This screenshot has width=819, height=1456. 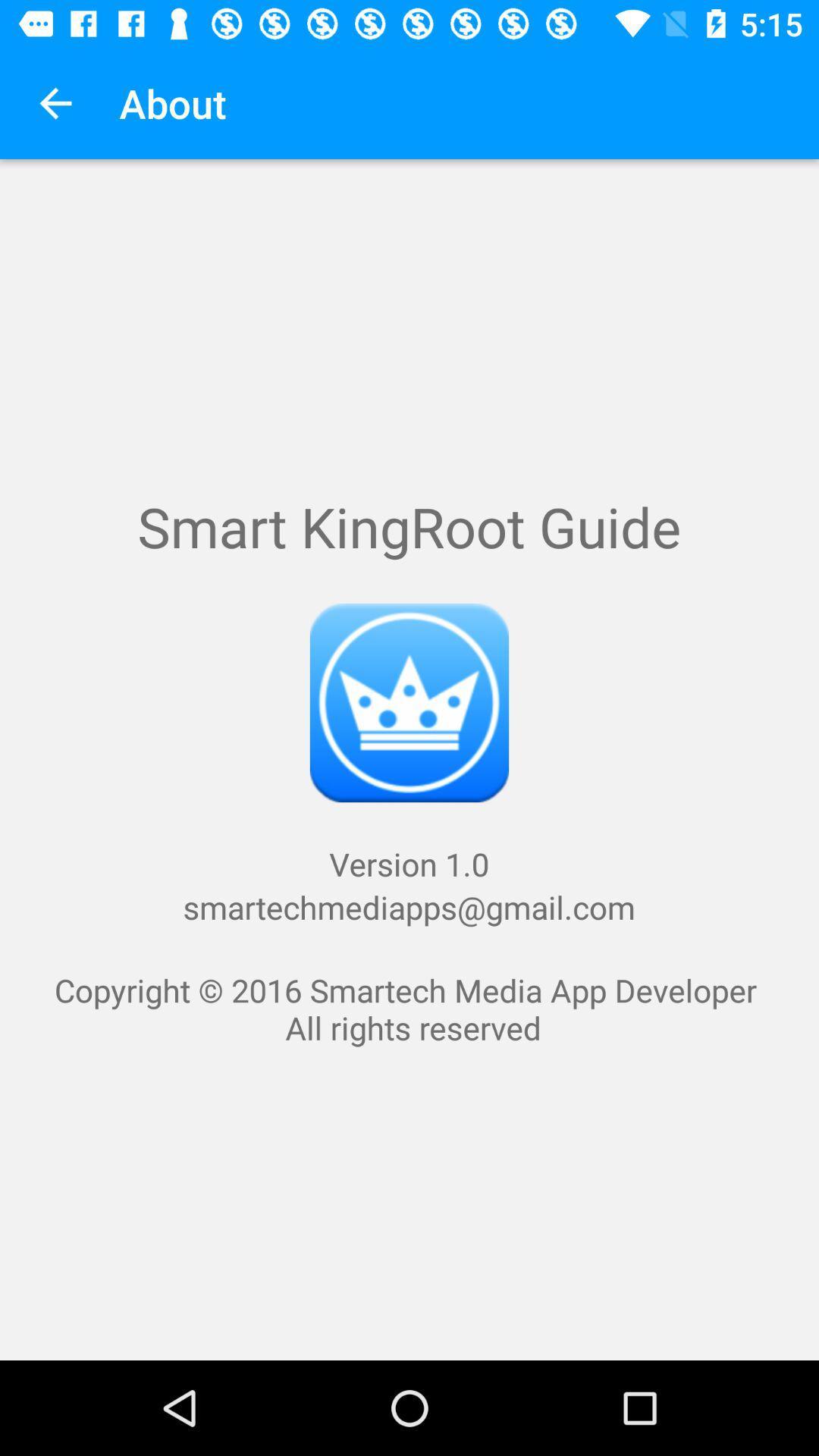 What do you see at coordinates (55, 102) in the screenshot?
I see `icon next to the about item` at bounding box center [55, 102].